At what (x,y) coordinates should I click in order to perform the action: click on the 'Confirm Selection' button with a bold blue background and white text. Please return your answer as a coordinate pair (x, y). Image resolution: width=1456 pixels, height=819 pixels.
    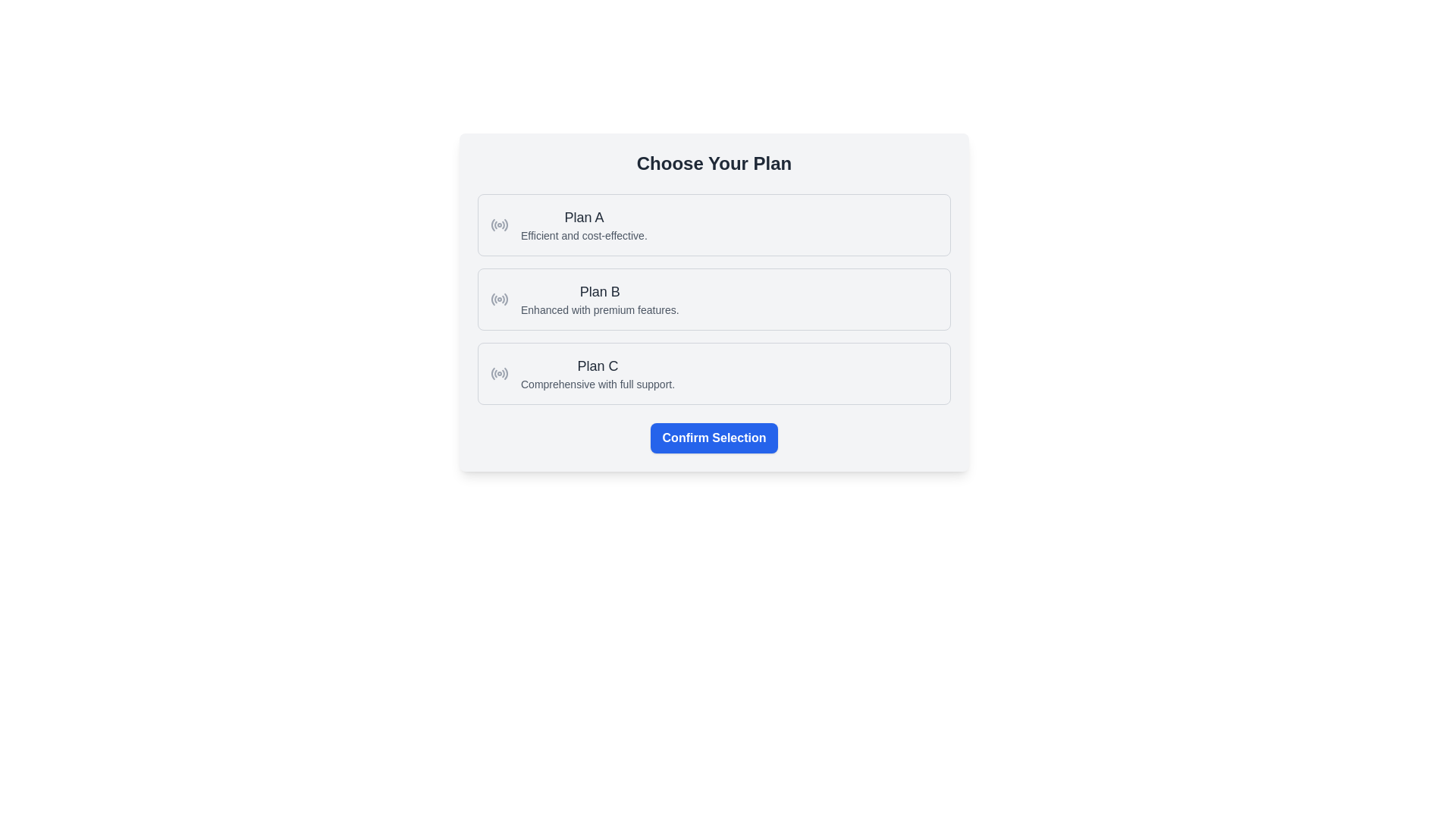
    Looking at the image, I should click on (713, 438).